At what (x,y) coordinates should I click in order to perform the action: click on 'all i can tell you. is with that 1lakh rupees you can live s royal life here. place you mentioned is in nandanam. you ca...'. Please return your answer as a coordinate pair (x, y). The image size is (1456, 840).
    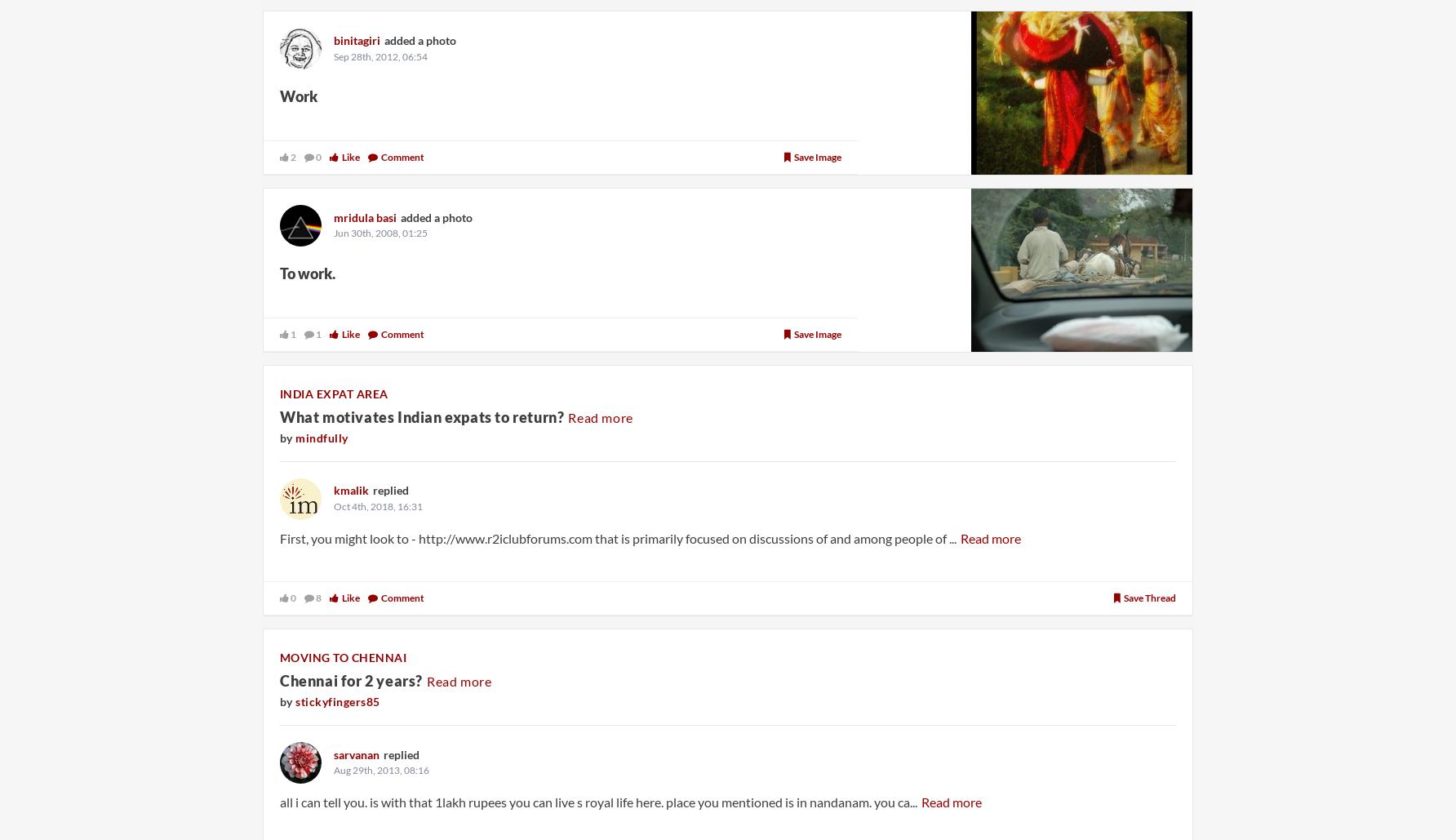
    Looking at the image, I should click on (598, 800).